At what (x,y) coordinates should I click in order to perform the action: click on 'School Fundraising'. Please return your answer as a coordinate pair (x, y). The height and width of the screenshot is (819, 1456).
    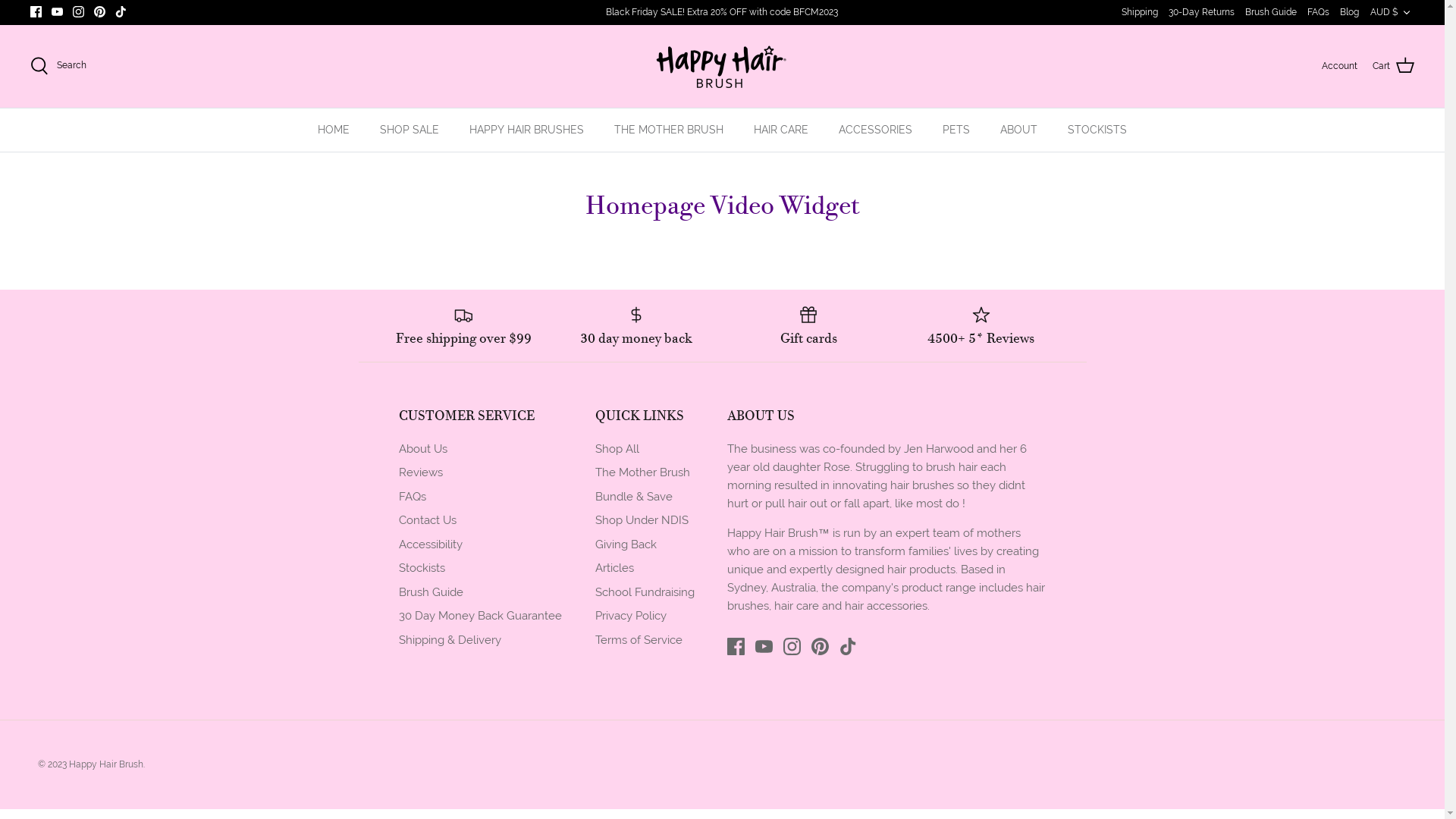
    Looking at the image, I should click on (593, 591).